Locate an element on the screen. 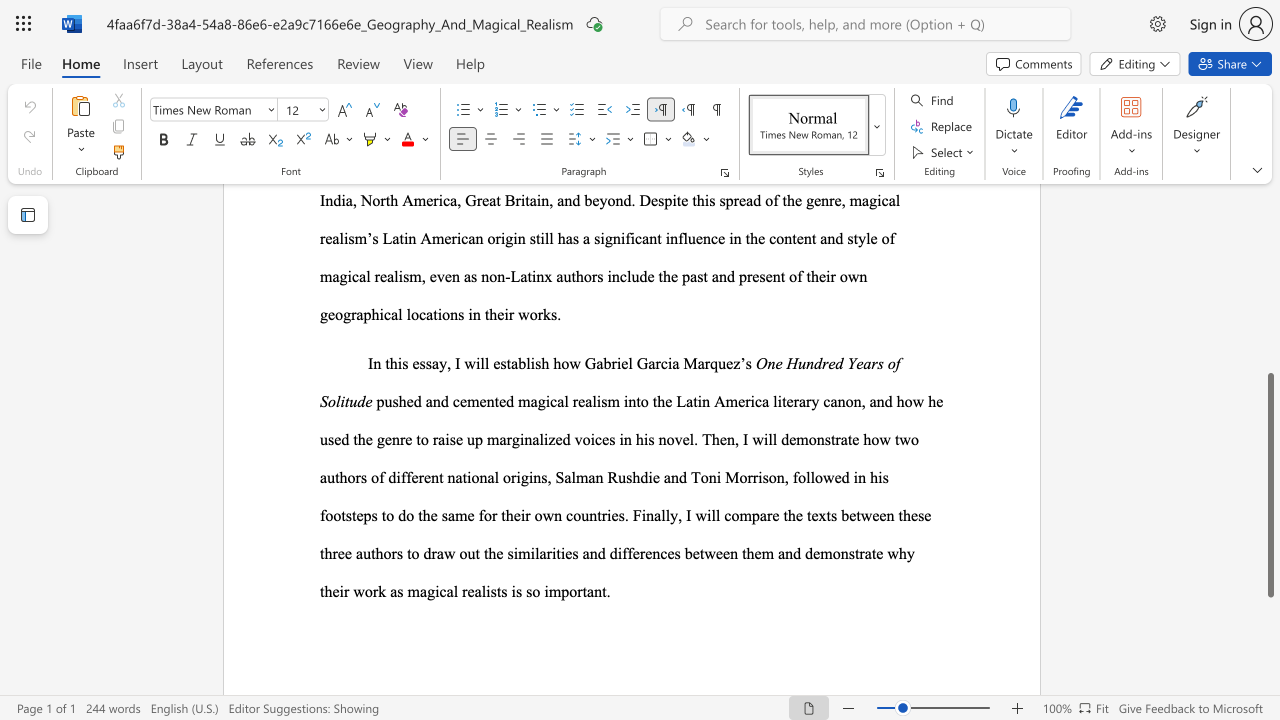 The width and height of the screenshot is (1280, 720). the 4th character "e" in the text is located at coordinates (614, 514).